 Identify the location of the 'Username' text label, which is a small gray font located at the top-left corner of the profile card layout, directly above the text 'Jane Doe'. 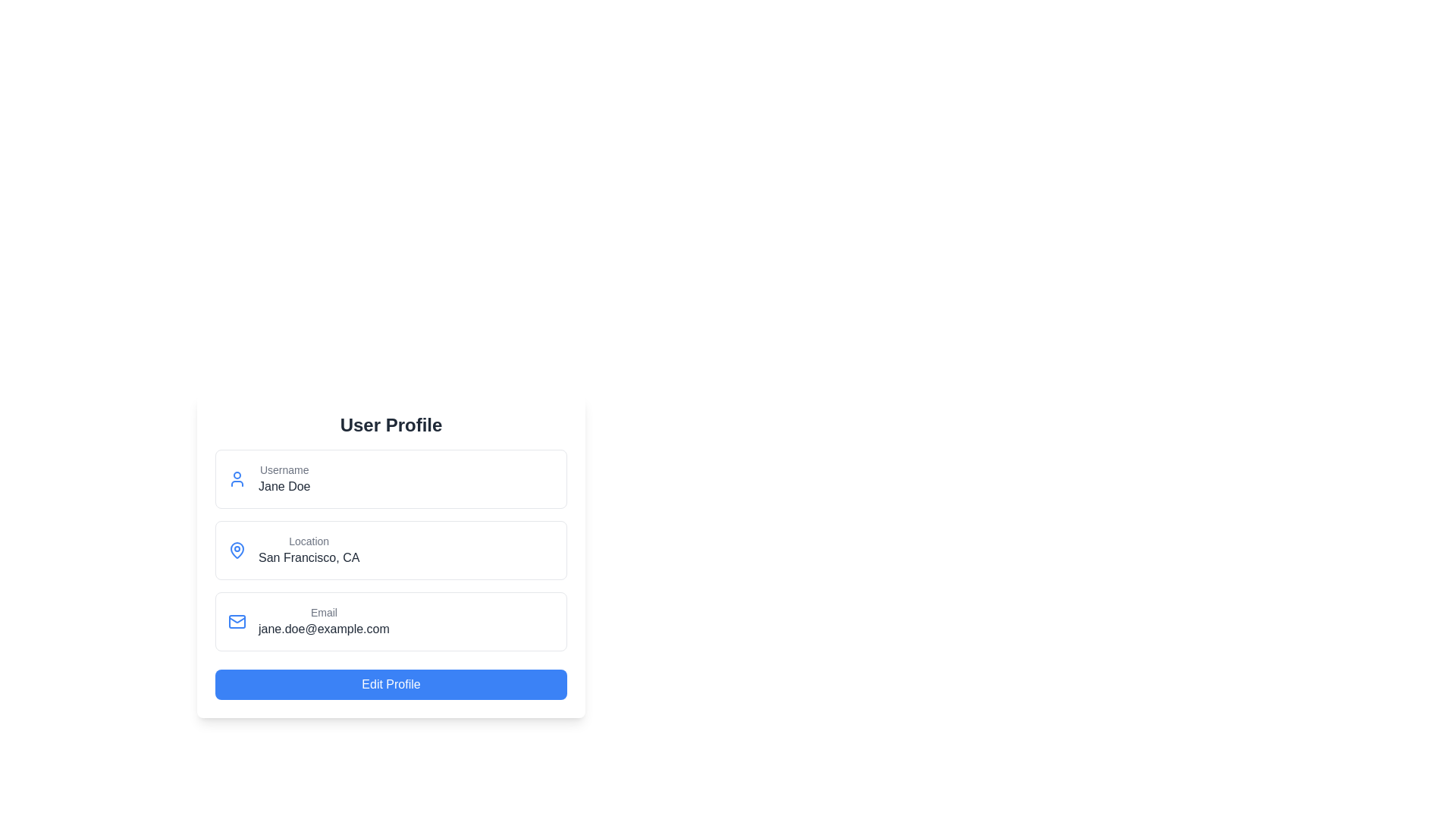
(284, 469).